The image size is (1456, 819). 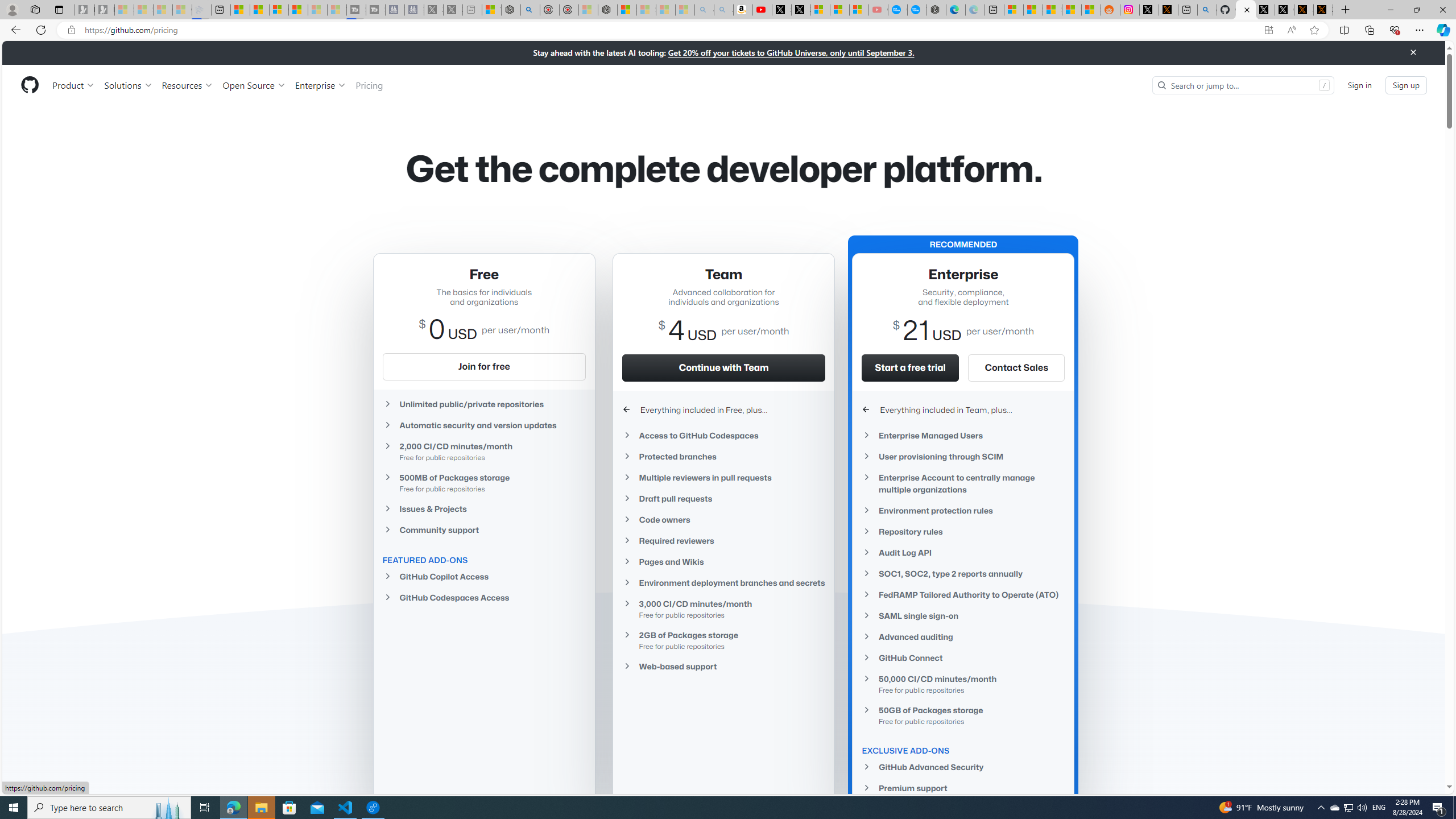 What do you see at coordinates (723, 498) in the screenshot?
I see `'Draft pull requests'` at bounding box center [723, 498].